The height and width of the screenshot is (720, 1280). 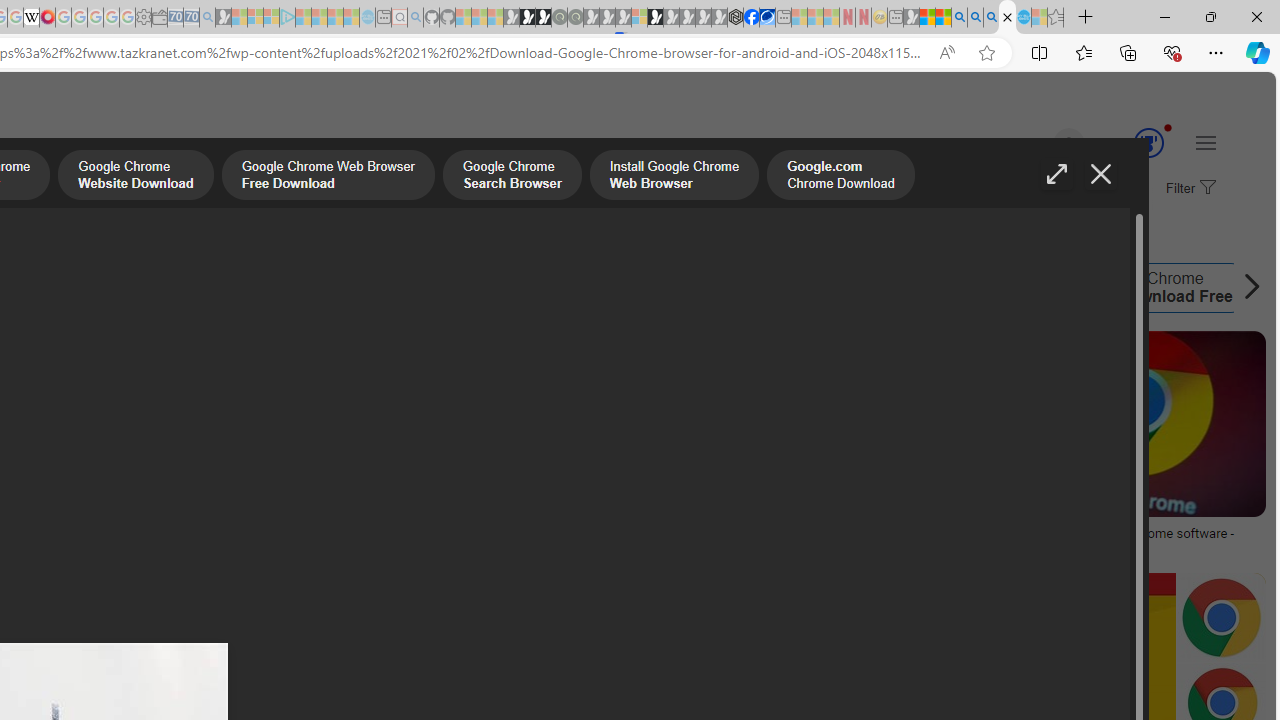 I want to click on 'Close image', so click(x=1099, y=173).